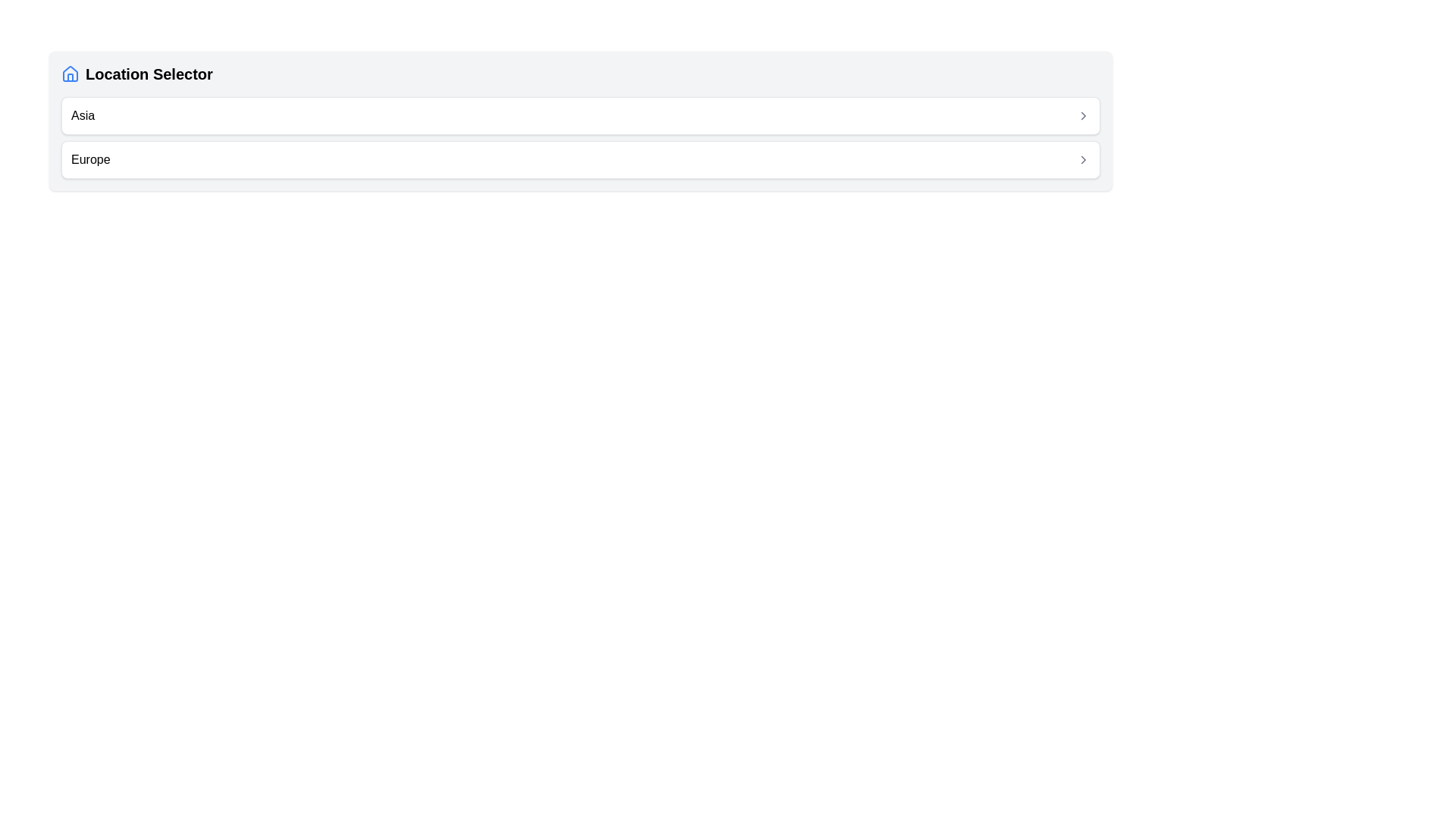 This screenshot has width=1456, height=819. What do you see at coordinates (1083, 160) in the screenshot?
I see `the right-facing chevron icon associated with the 'Europe' option in the dropdown menu` at bounding box center [1083, 160].